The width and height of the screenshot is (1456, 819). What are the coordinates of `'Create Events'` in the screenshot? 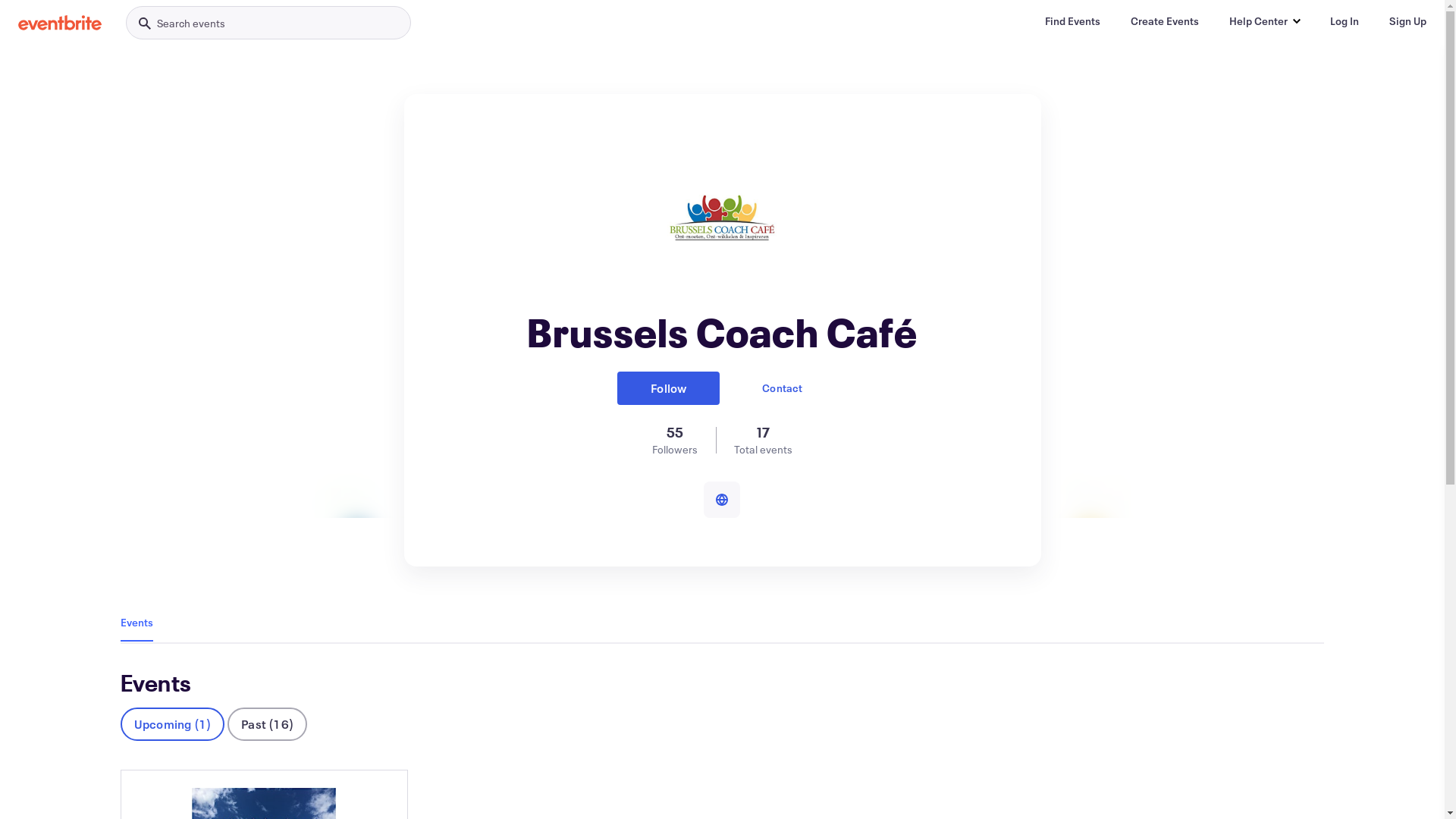 It's located at (1164, 20).